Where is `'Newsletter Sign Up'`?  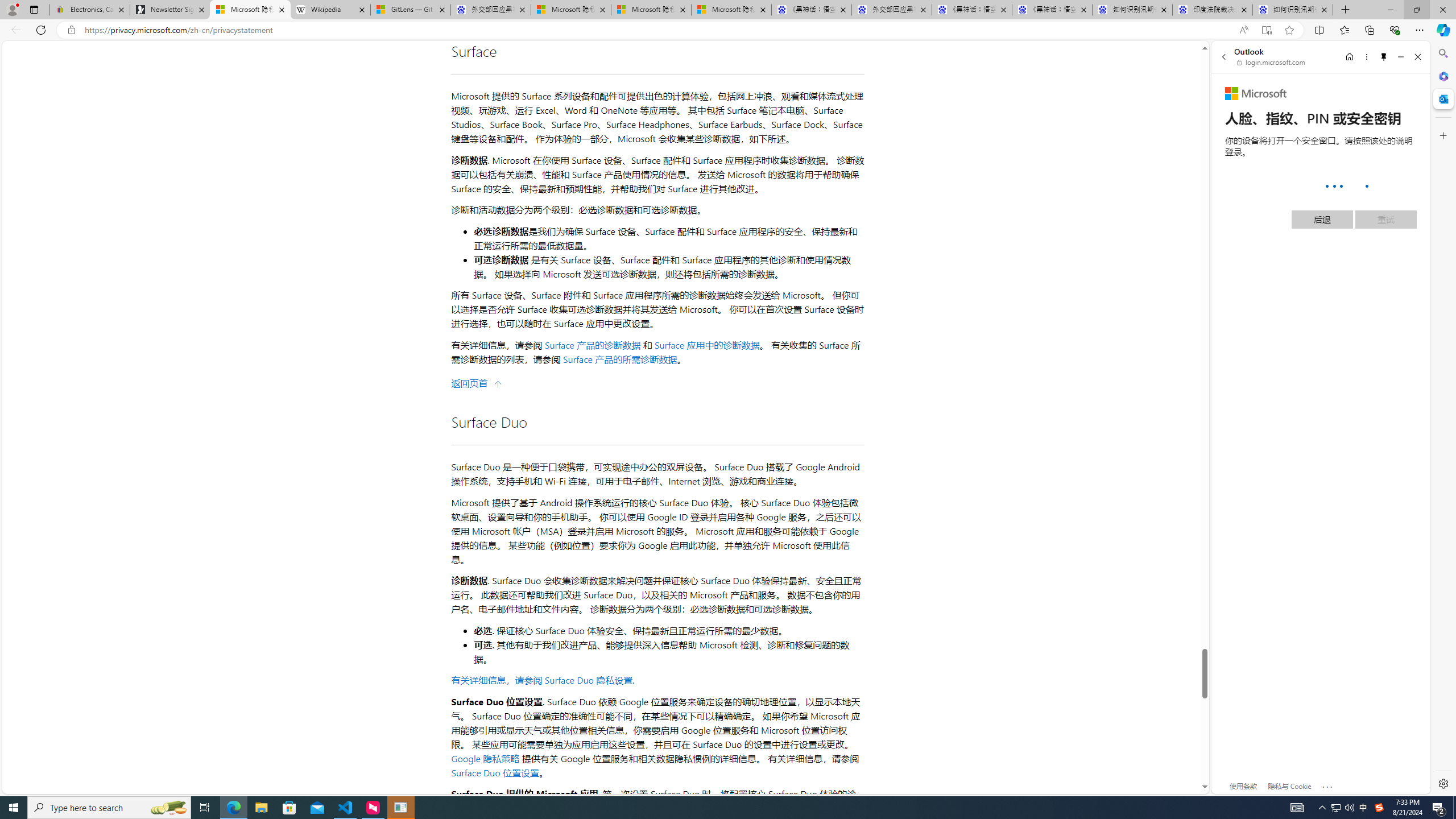
'Newsletter Sign Up' is located at coordinates (169, 9).